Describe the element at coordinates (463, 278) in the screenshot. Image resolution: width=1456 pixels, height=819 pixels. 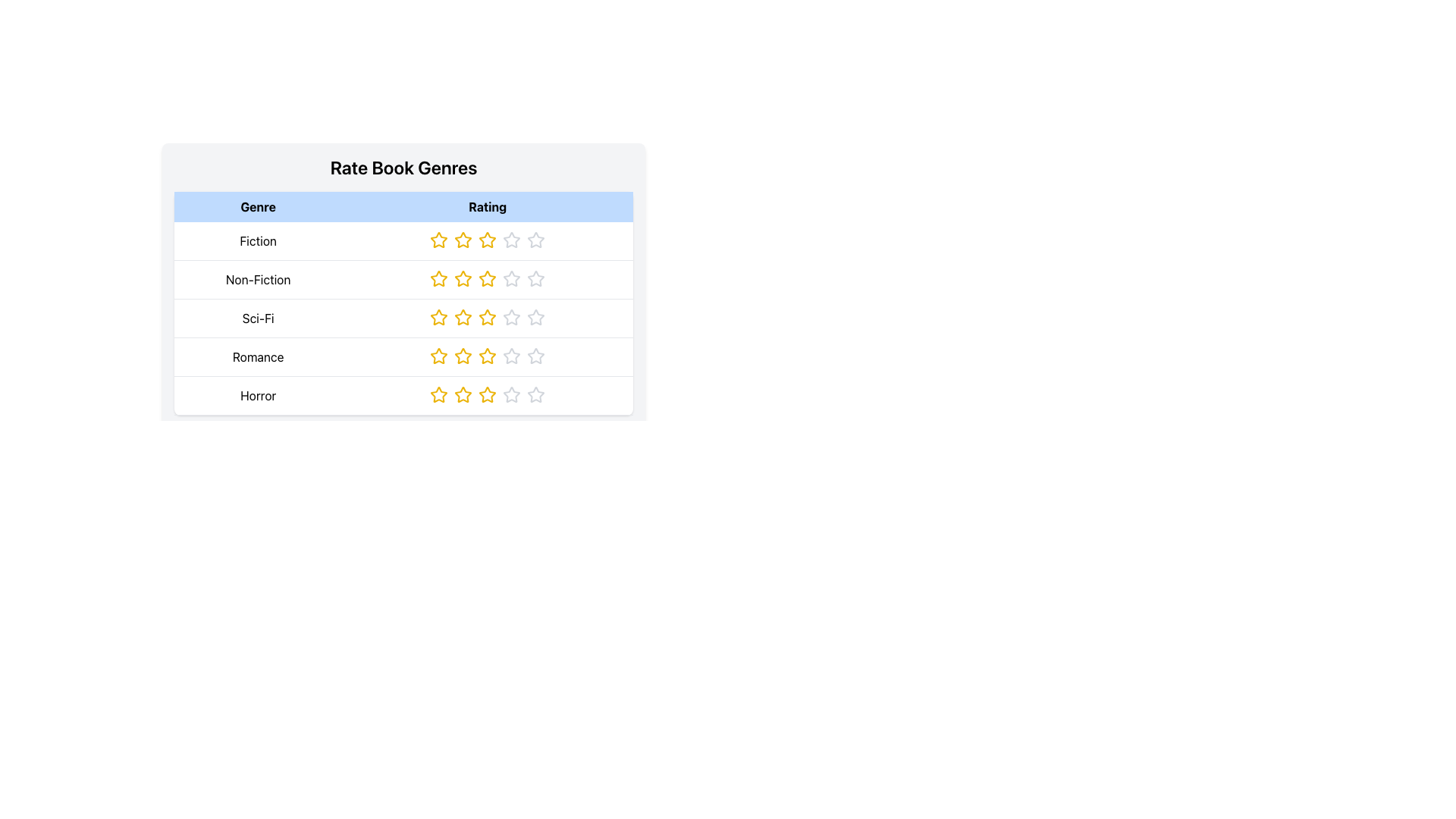
I see `the second star-shaped icon with a golden-yellow outline in the 'Non-Fiction' ratings table to provide a rating` at that location.